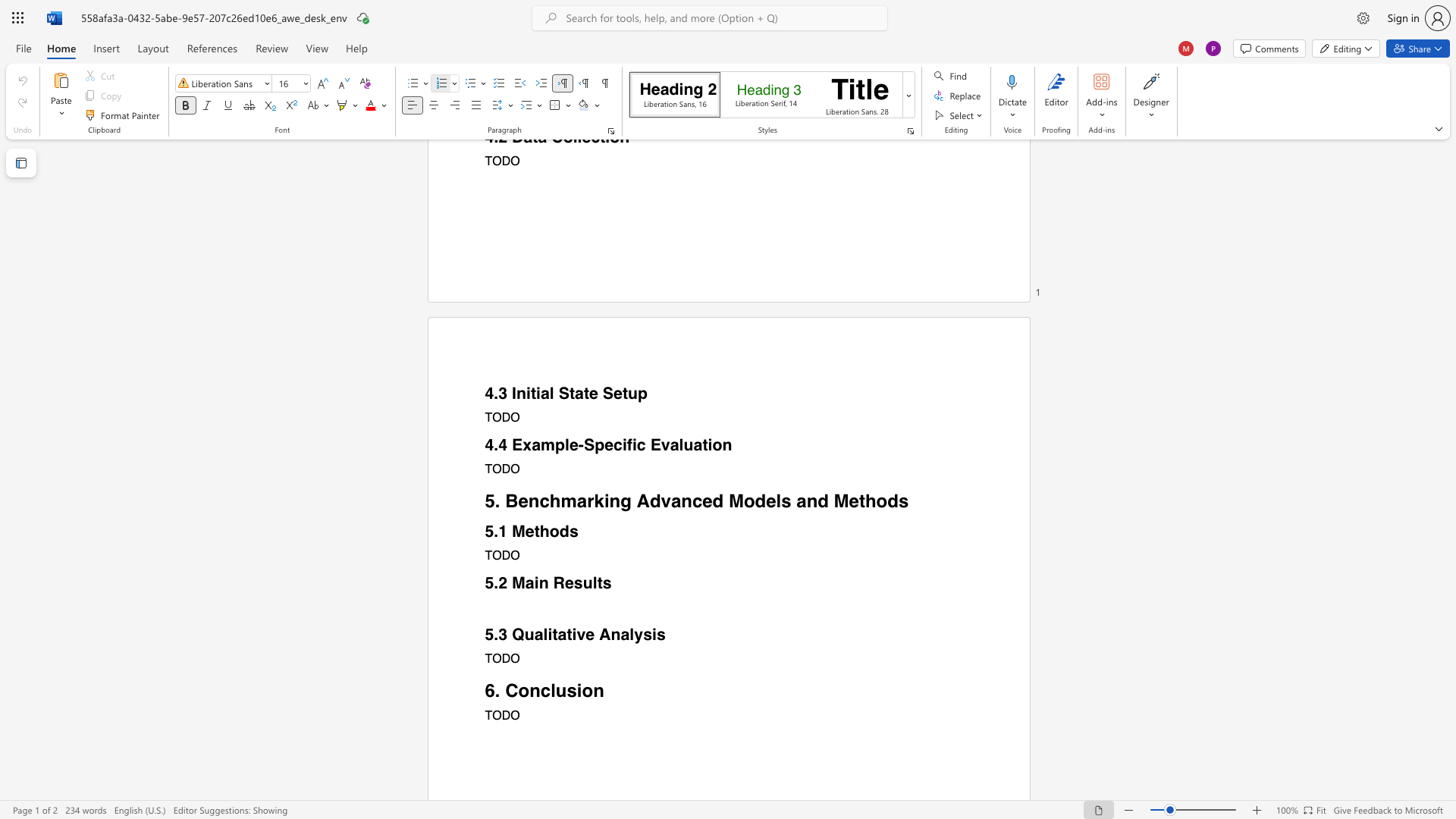 The image size is (1456, 819). I want to click on the space between the continuous character "6" and "." in the text, so click(494, 690).